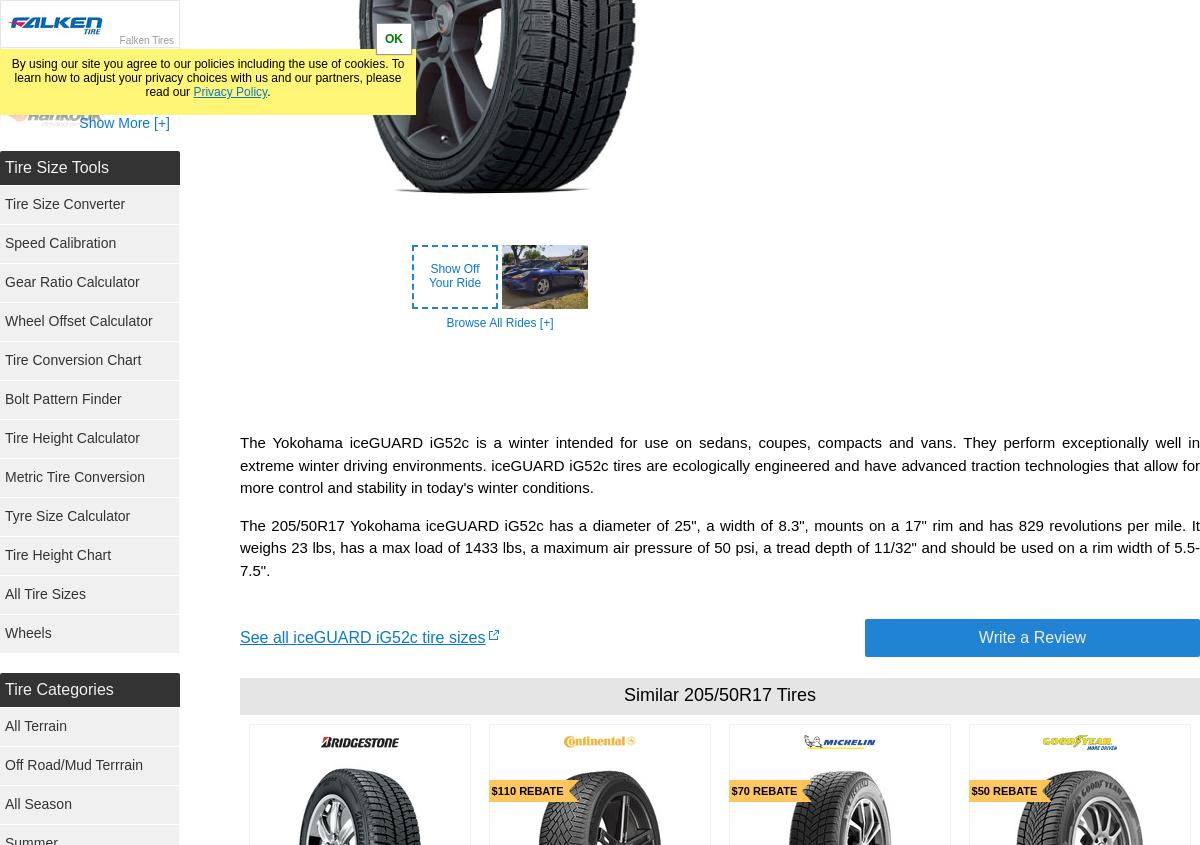 This screenshot has height=845, width=1200. What do you see at coordinates (146, 697) in the screenshot?
I see `'Maxxis Tires'` at bounding box center [146, 697].